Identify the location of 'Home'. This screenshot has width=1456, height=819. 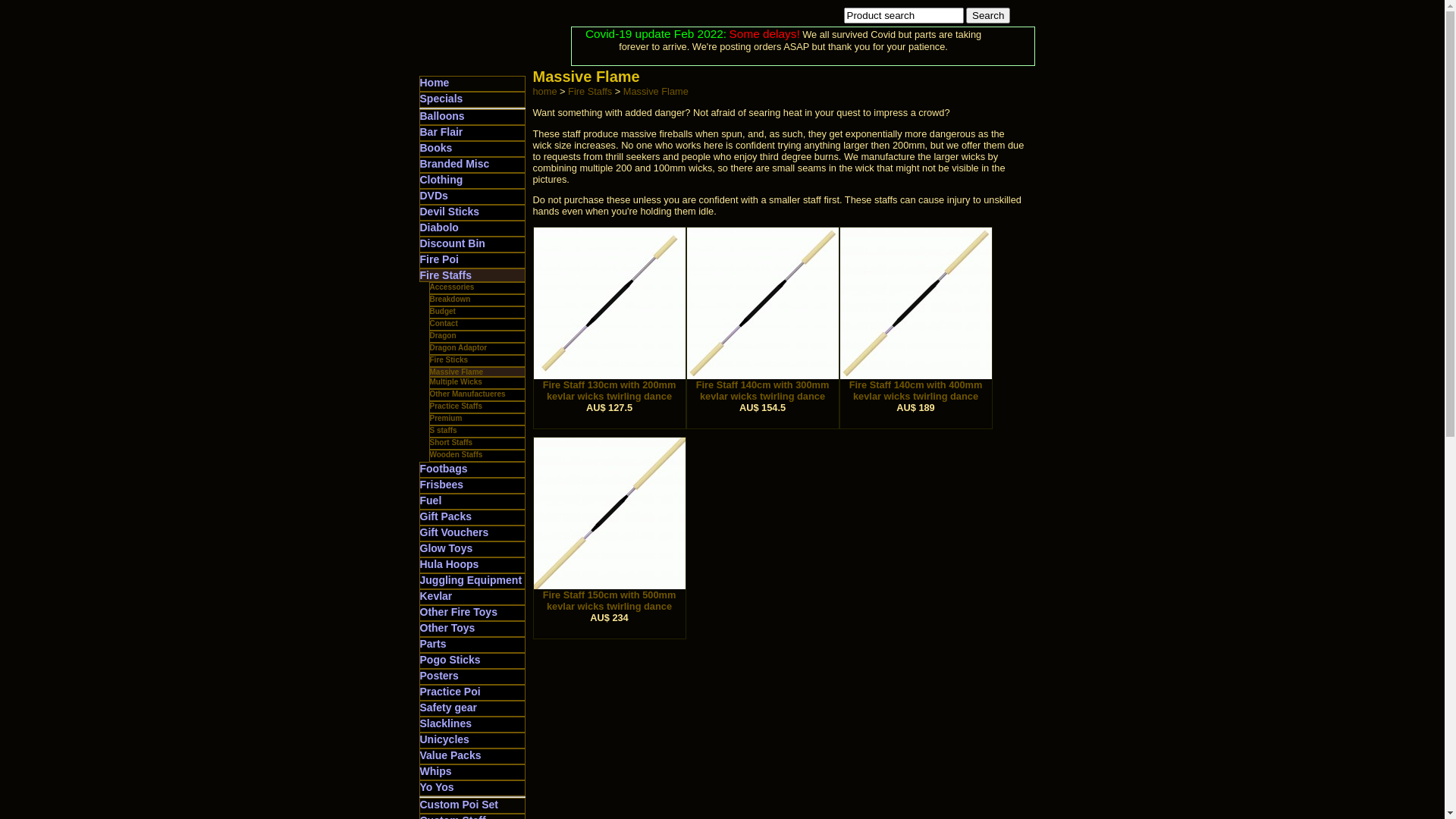
(434, 82).